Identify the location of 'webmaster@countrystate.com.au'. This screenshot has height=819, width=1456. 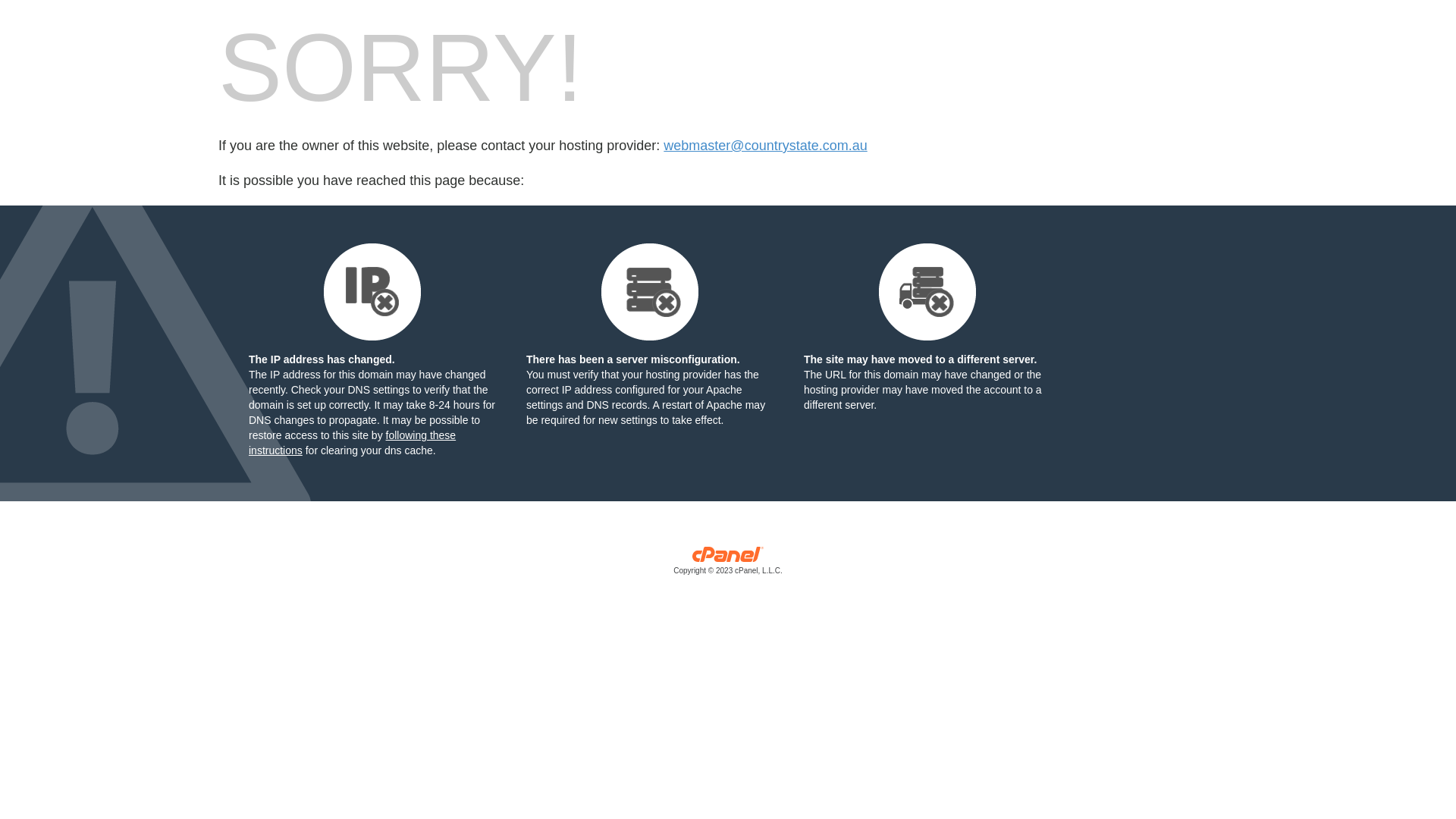
(764, 146).